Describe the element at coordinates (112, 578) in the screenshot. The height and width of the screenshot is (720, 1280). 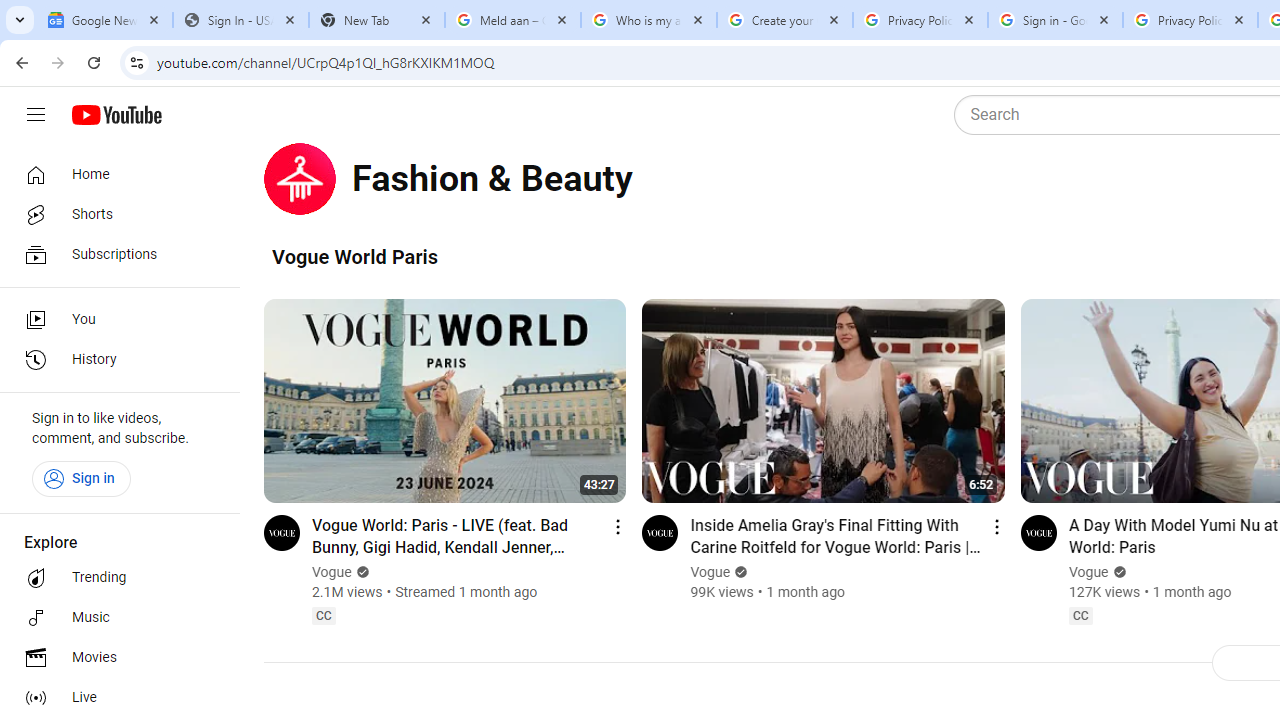
I see `'Trending'` at that location.